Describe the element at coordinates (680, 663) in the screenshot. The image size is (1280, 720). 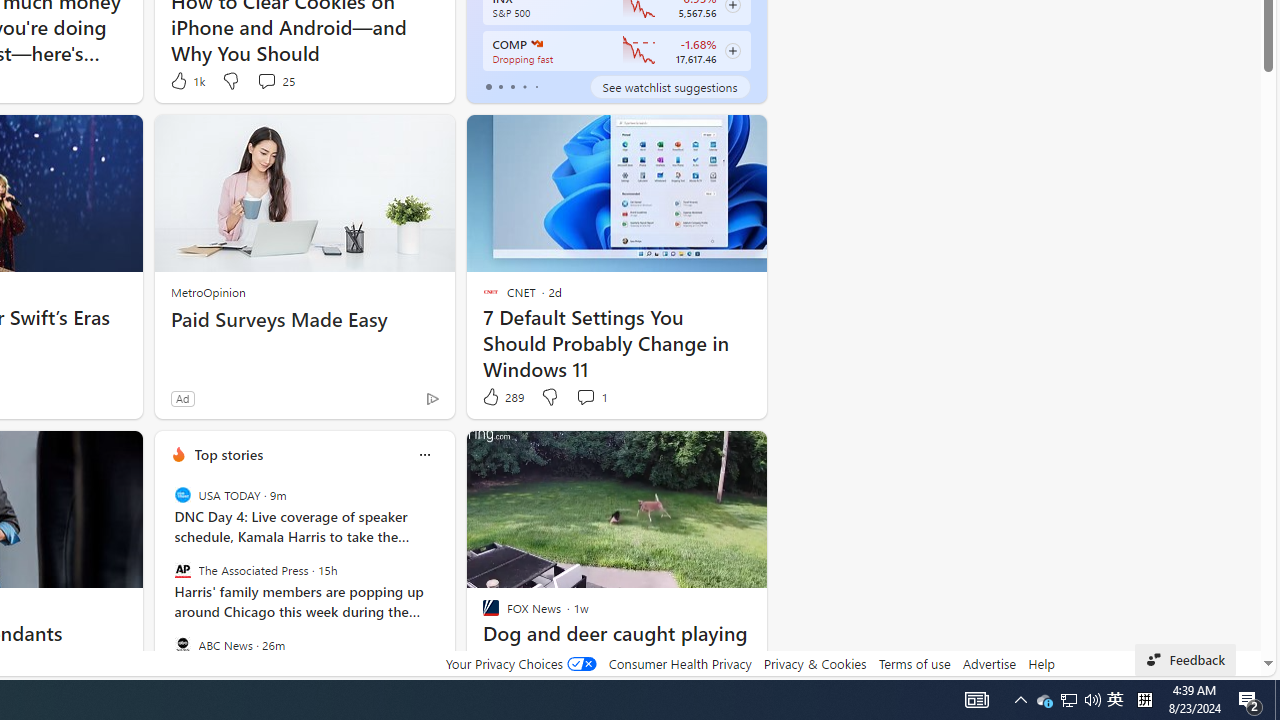
I see `'Consumer Health Privacy'` at that location.